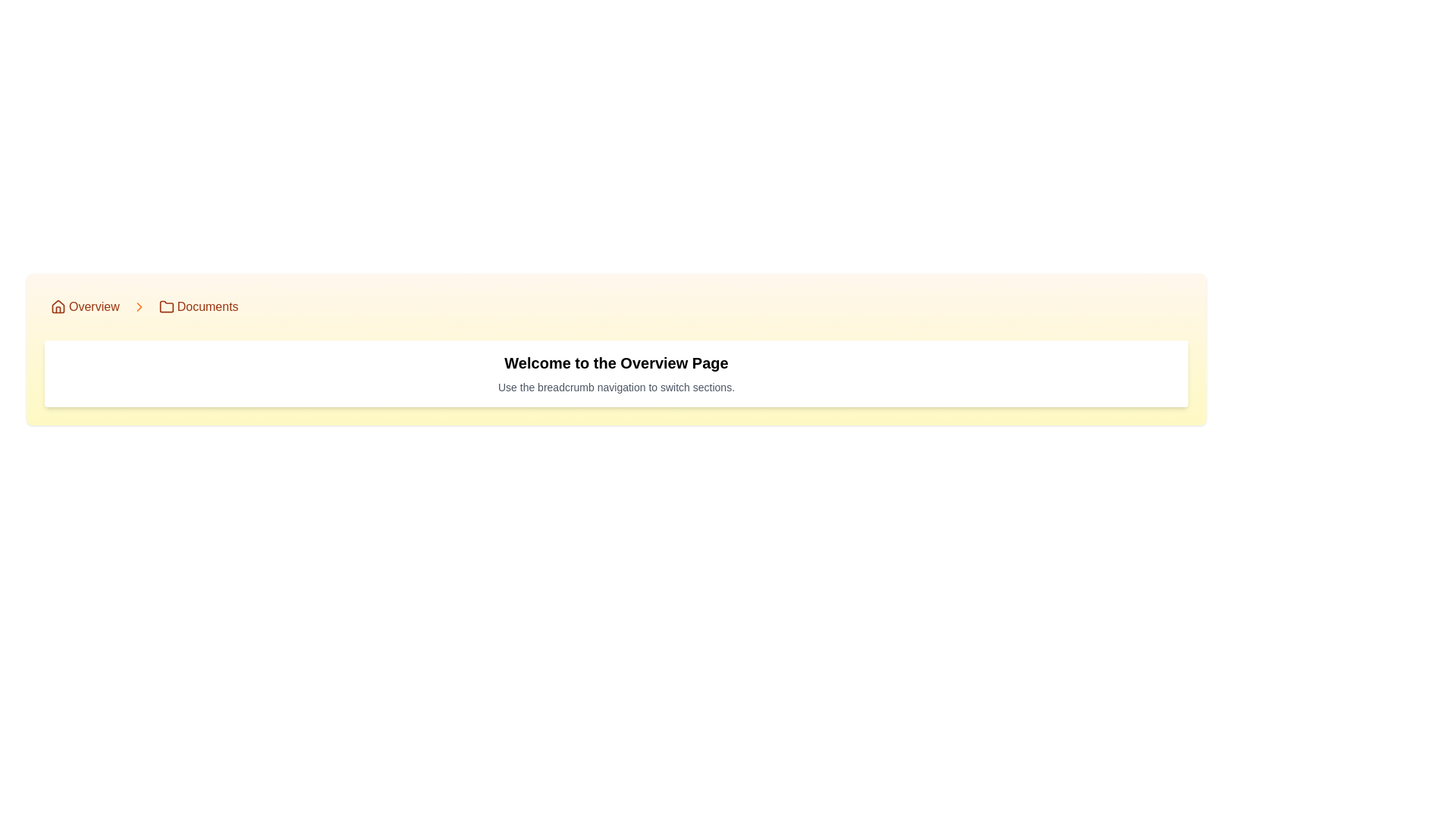  I want to click on the static decorative SVG icon representing a folder located in the breadcrumb navigation bar, which visually represents the 'Documents' section, so click(166, 307).